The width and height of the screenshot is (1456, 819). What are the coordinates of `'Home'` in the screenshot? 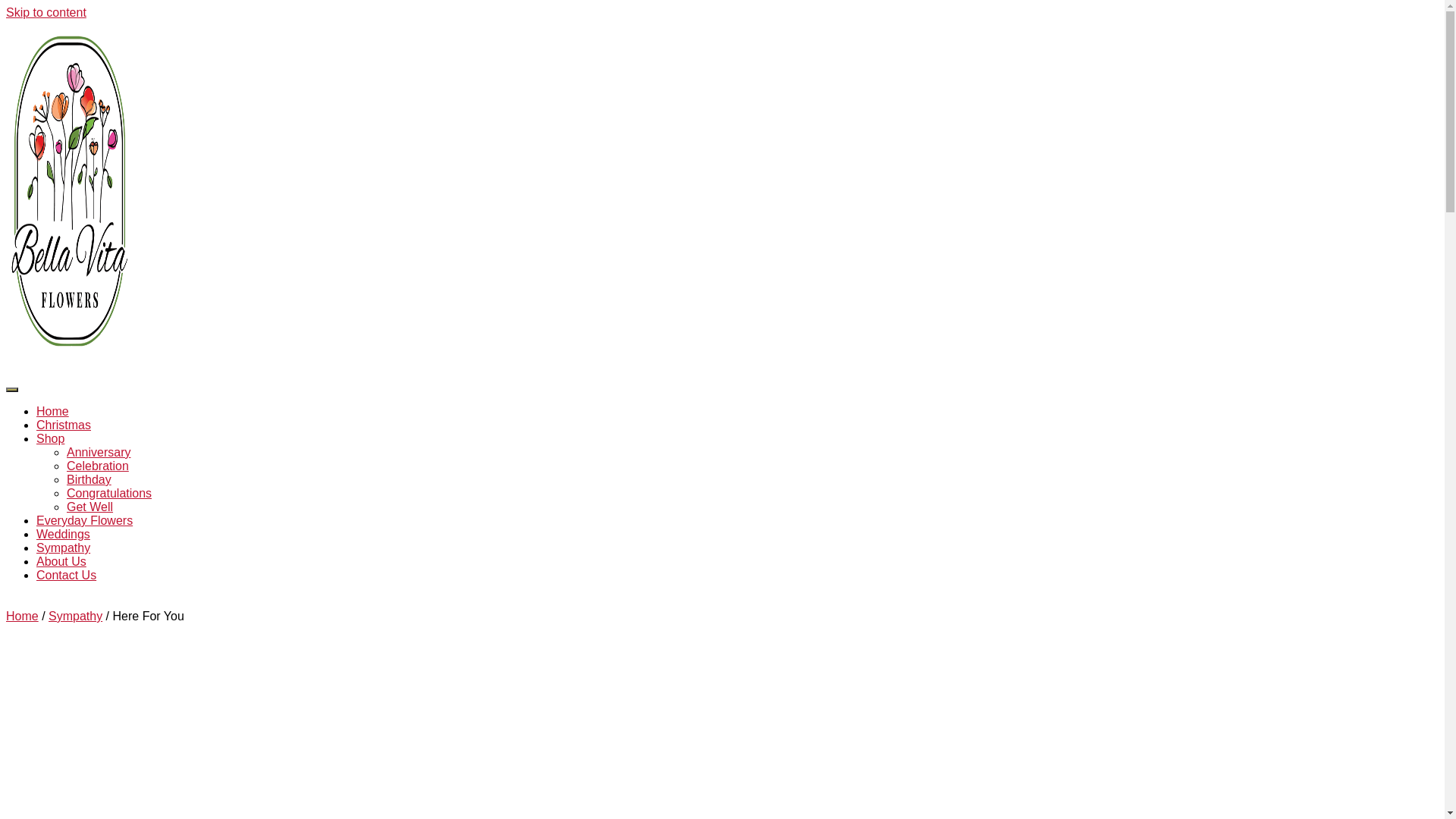 It's located at (22, 616).